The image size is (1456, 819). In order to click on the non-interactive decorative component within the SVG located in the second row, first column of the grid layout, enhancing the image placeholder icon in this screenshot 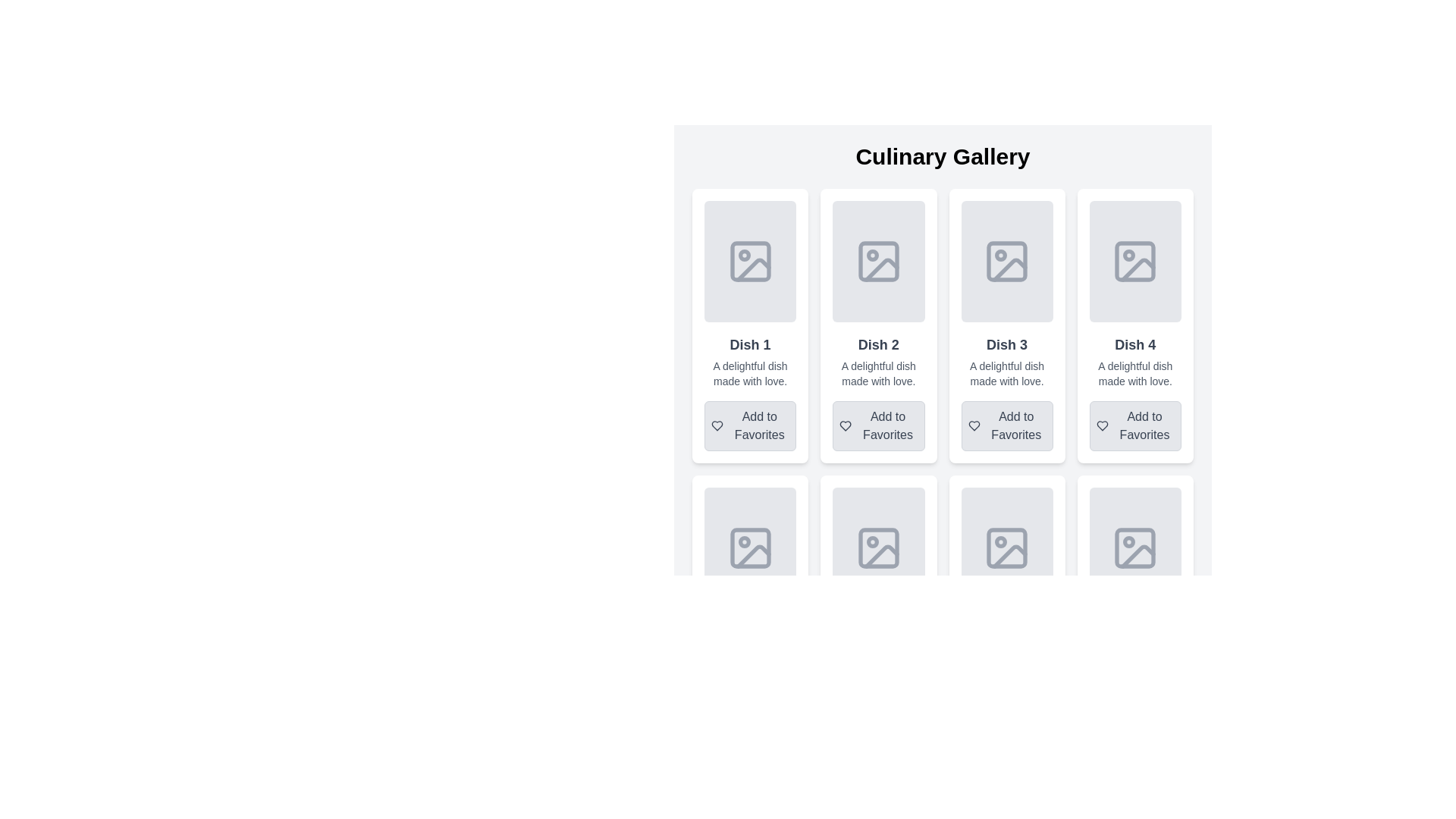, I will do `click(750, 548)`.